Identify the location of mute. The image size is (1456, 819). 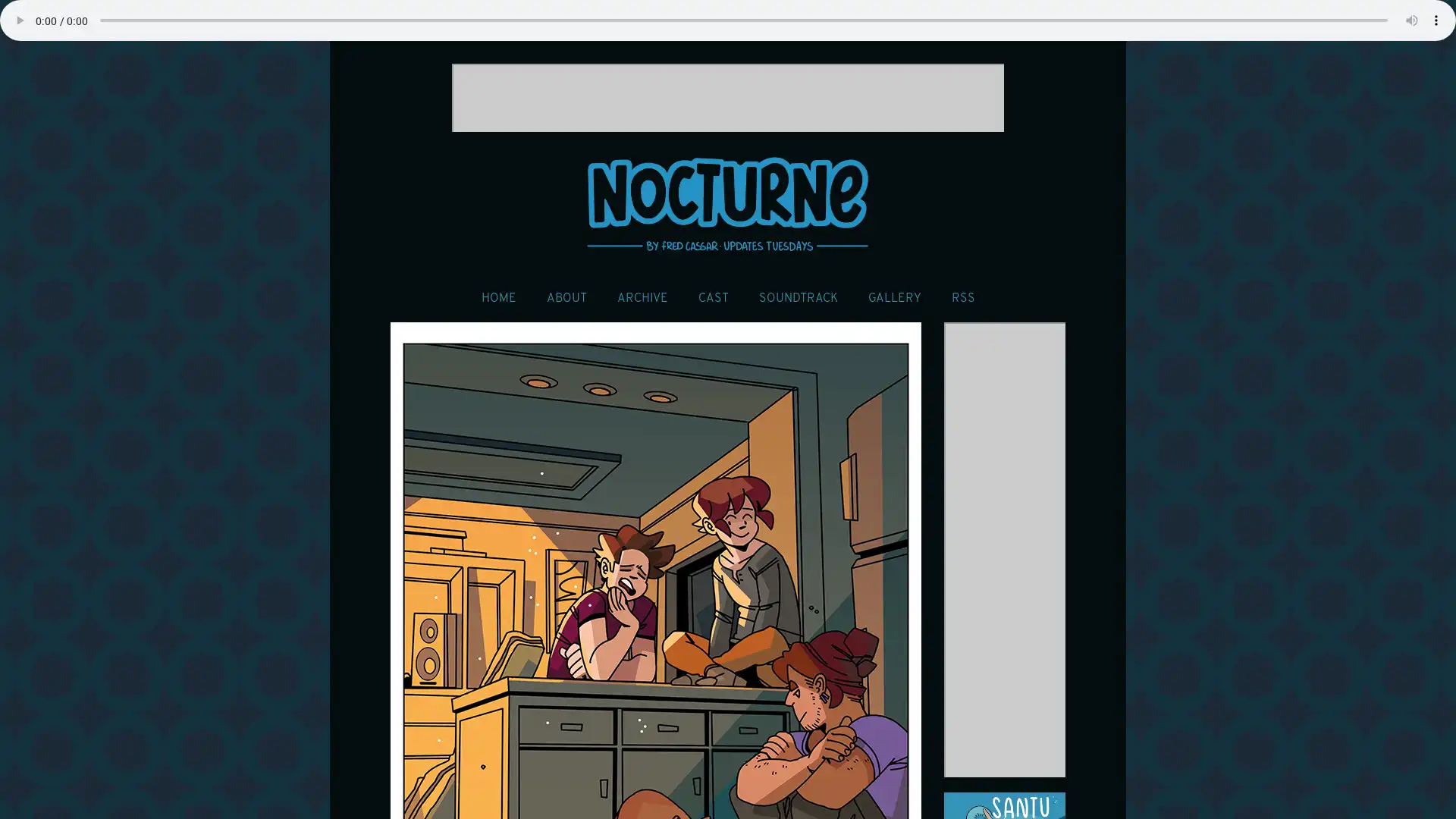
(1411, 20).